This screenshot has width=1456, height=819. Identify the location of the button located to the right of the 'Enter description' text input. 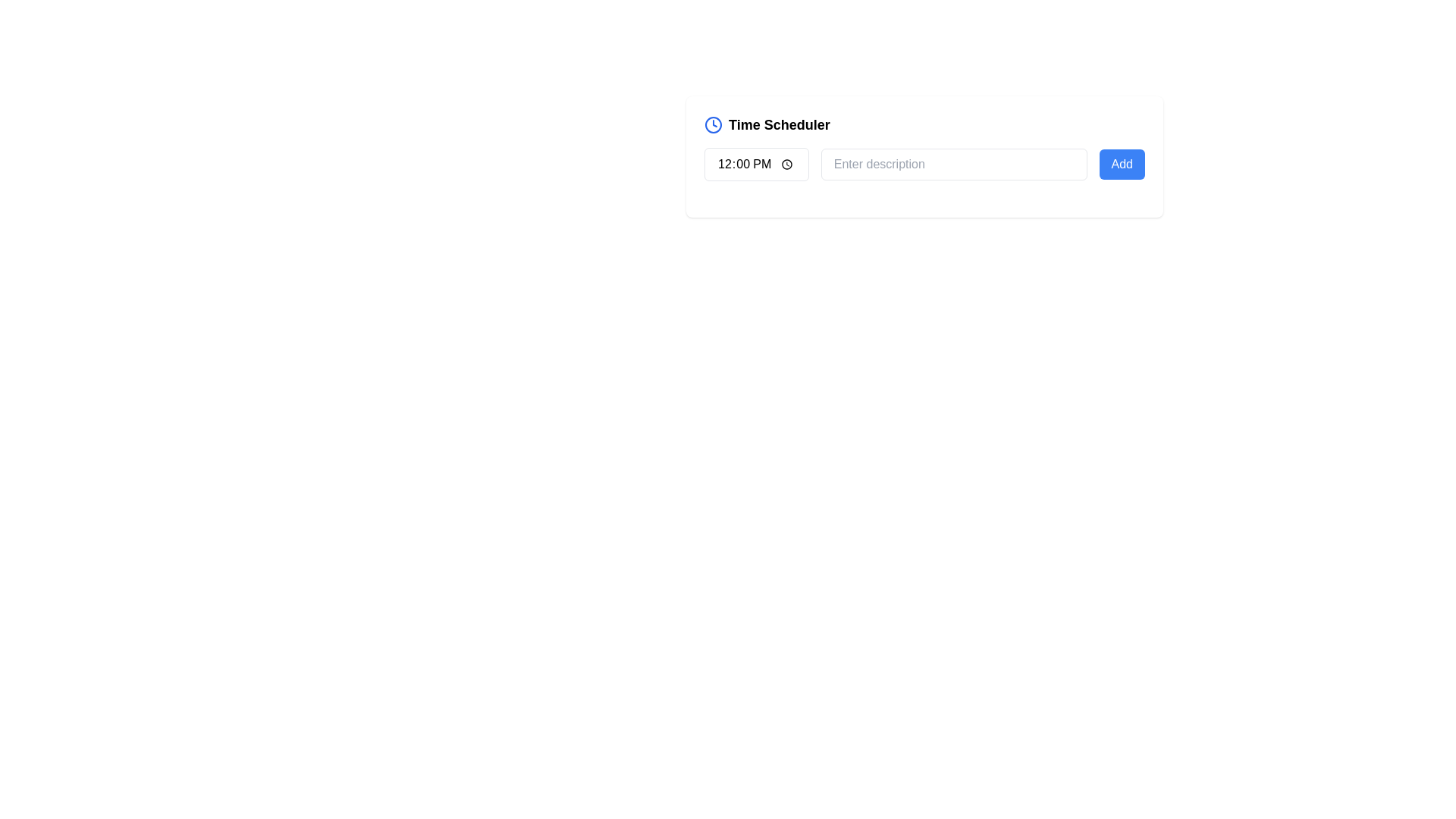
(1122, 164).